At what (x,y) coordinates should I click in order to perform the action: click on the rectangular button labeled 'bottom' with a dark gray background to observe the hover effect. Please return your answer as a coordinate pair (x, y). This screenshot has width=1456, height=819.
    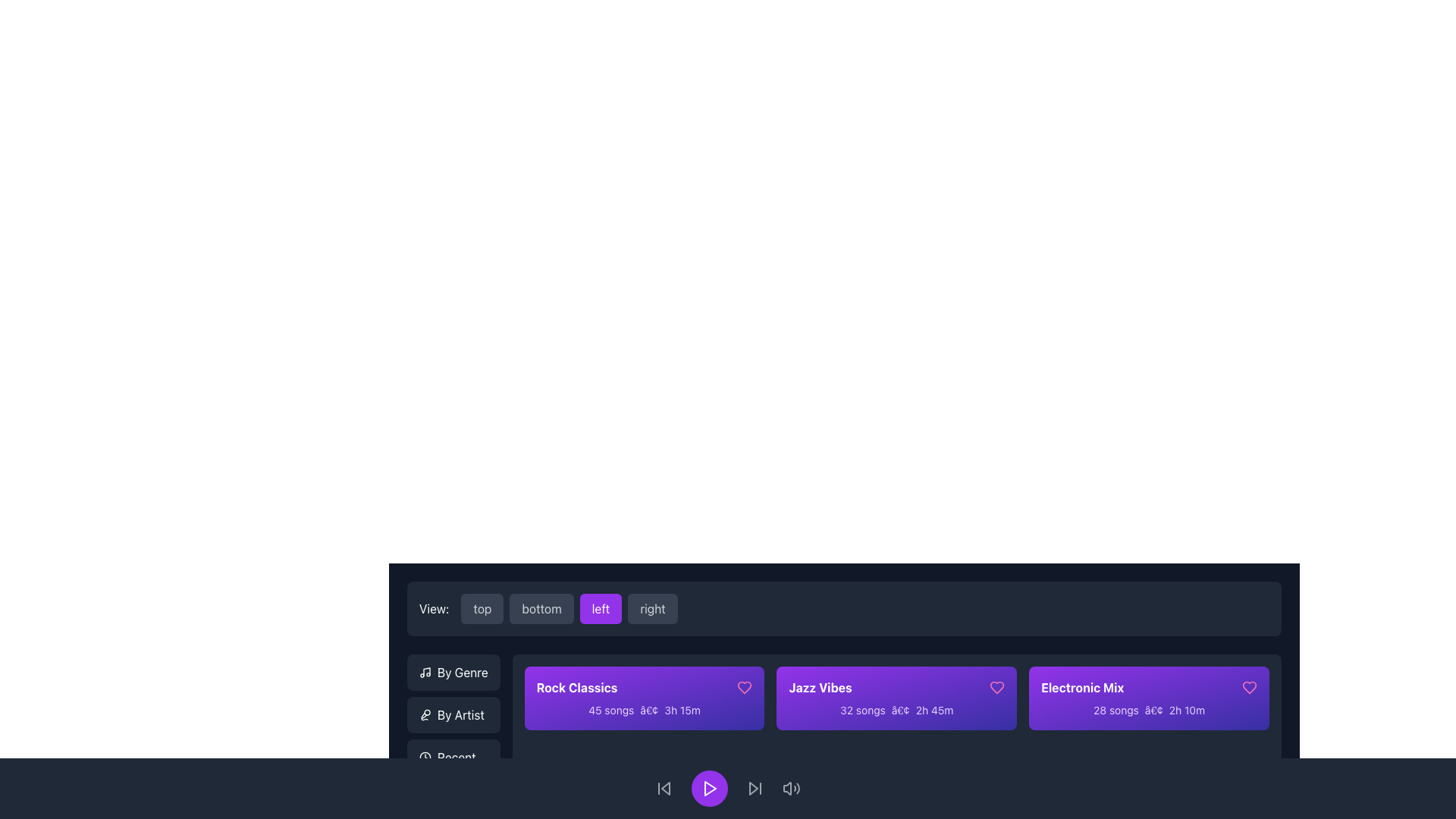
    Looking at the image, I should click on (541, 607).